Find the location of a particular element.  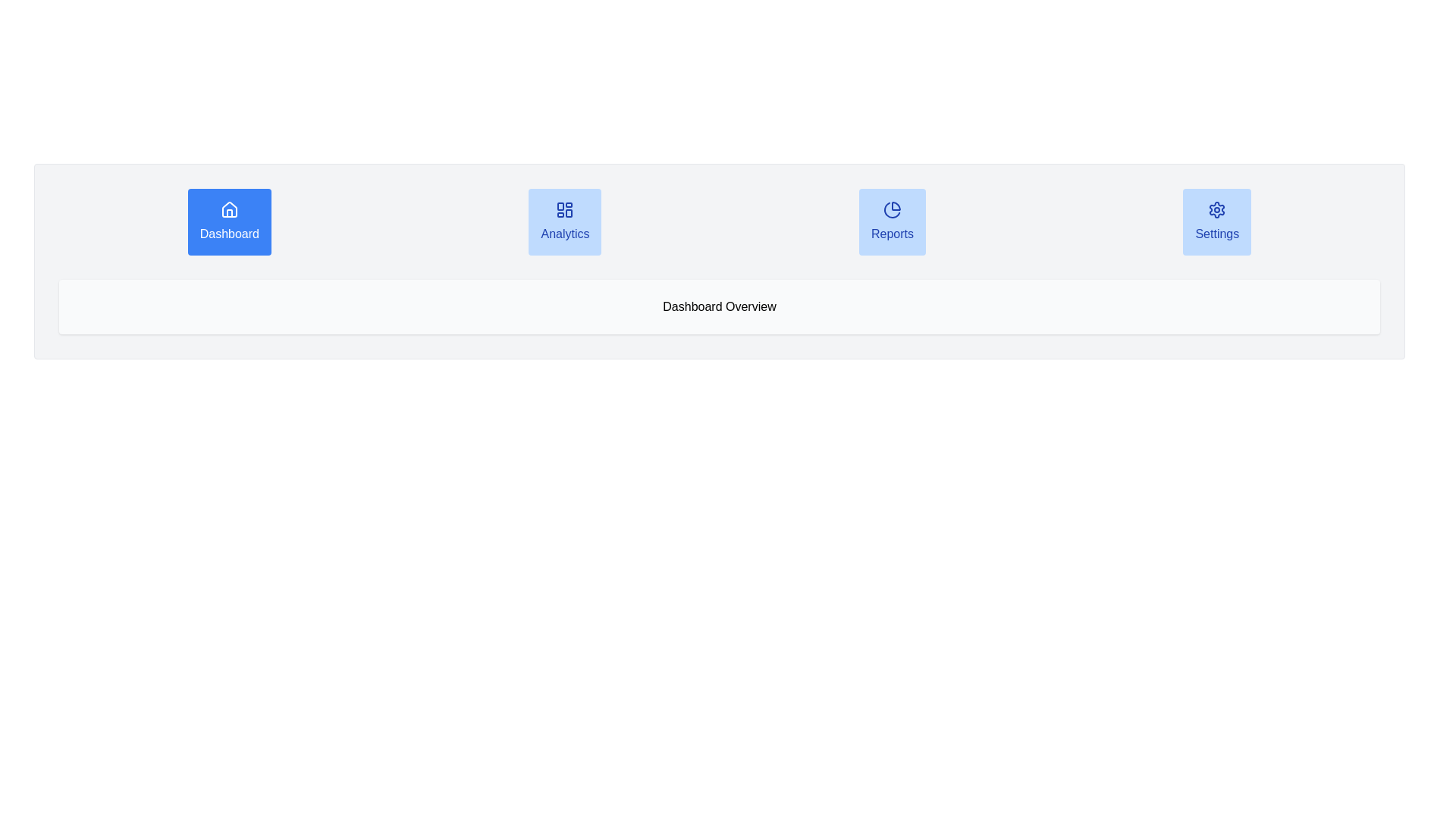

the 'Settings' icon located within a blue button on the far-right of the navigation bar is located at coordinates (1217, 210).